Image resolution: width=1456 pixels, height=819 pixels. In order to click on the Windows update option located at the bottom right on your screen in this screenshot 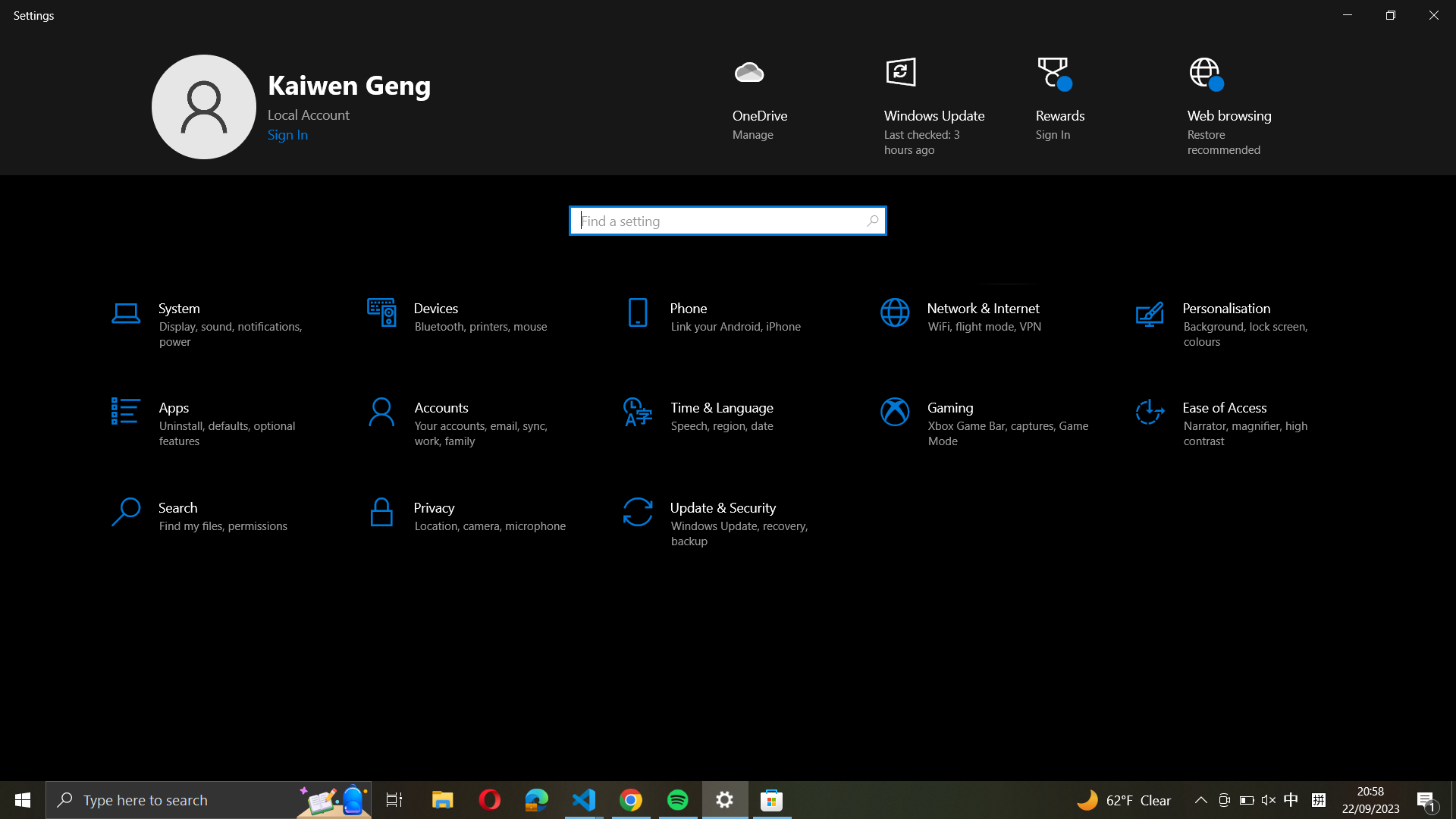, I will do `click(925, 104)`.